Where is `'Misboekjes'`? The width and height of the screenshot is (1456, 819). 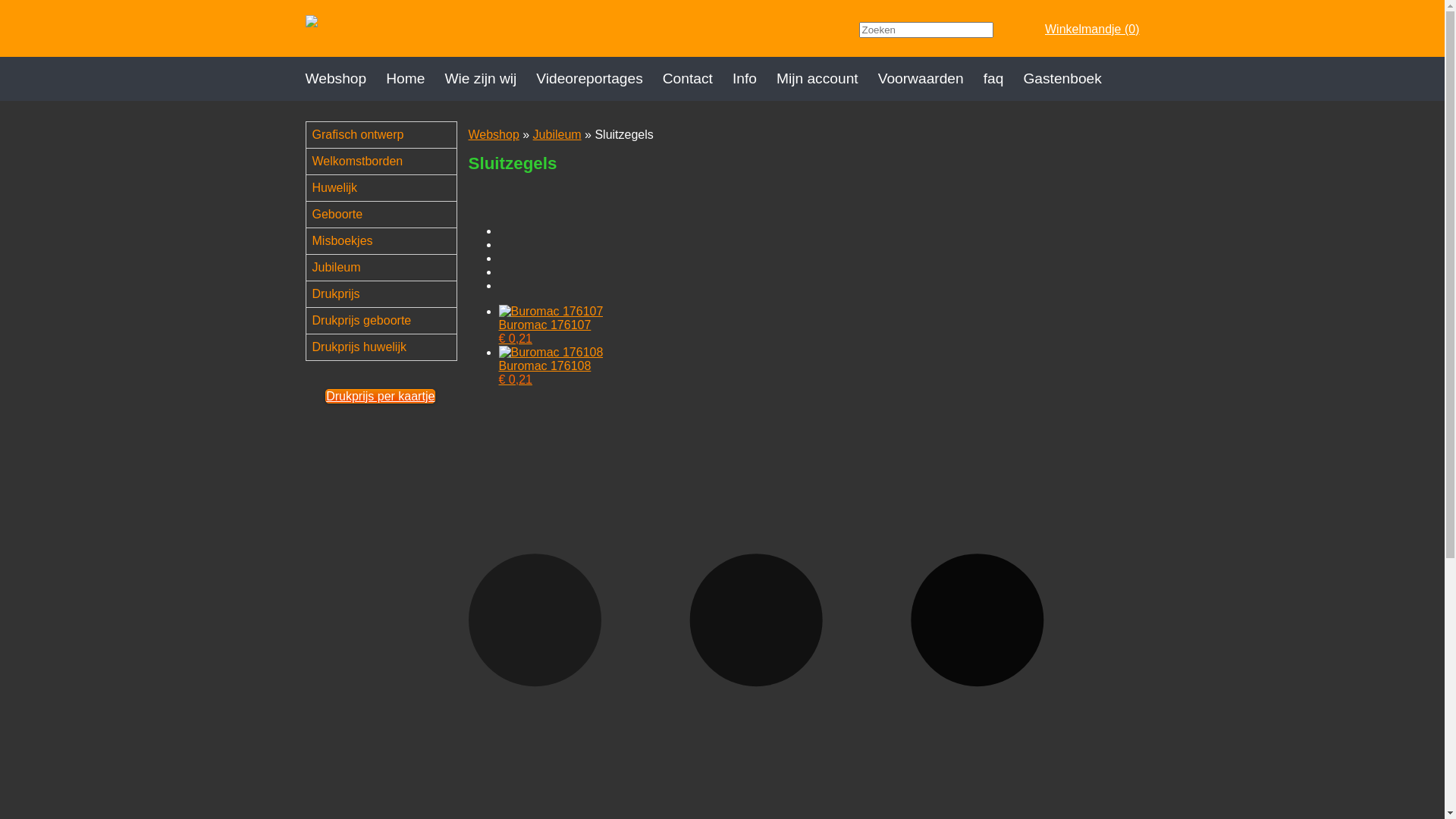 'Misboekjes' is located at coordinates (387, 240).